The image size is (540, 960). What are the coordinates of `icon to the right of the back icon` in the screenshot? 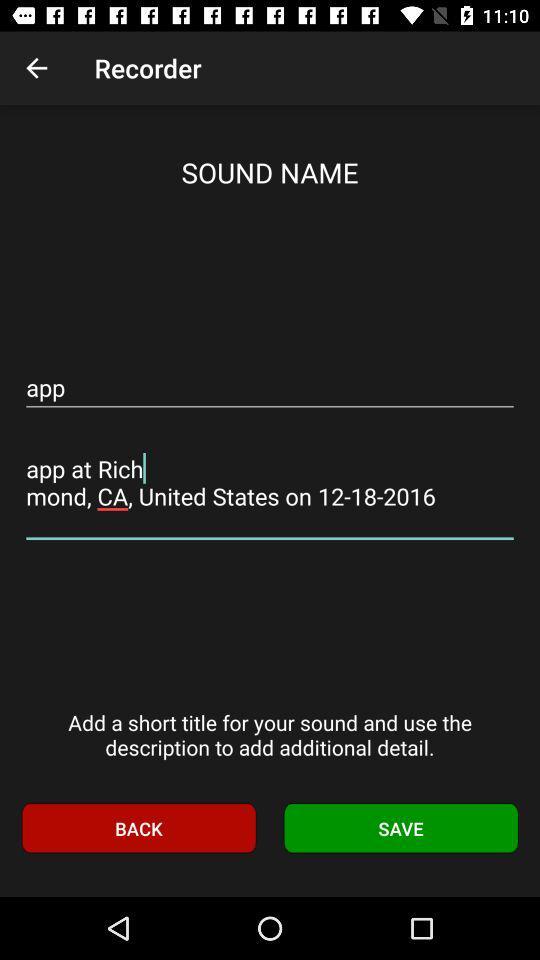 It's located at (401, 828).